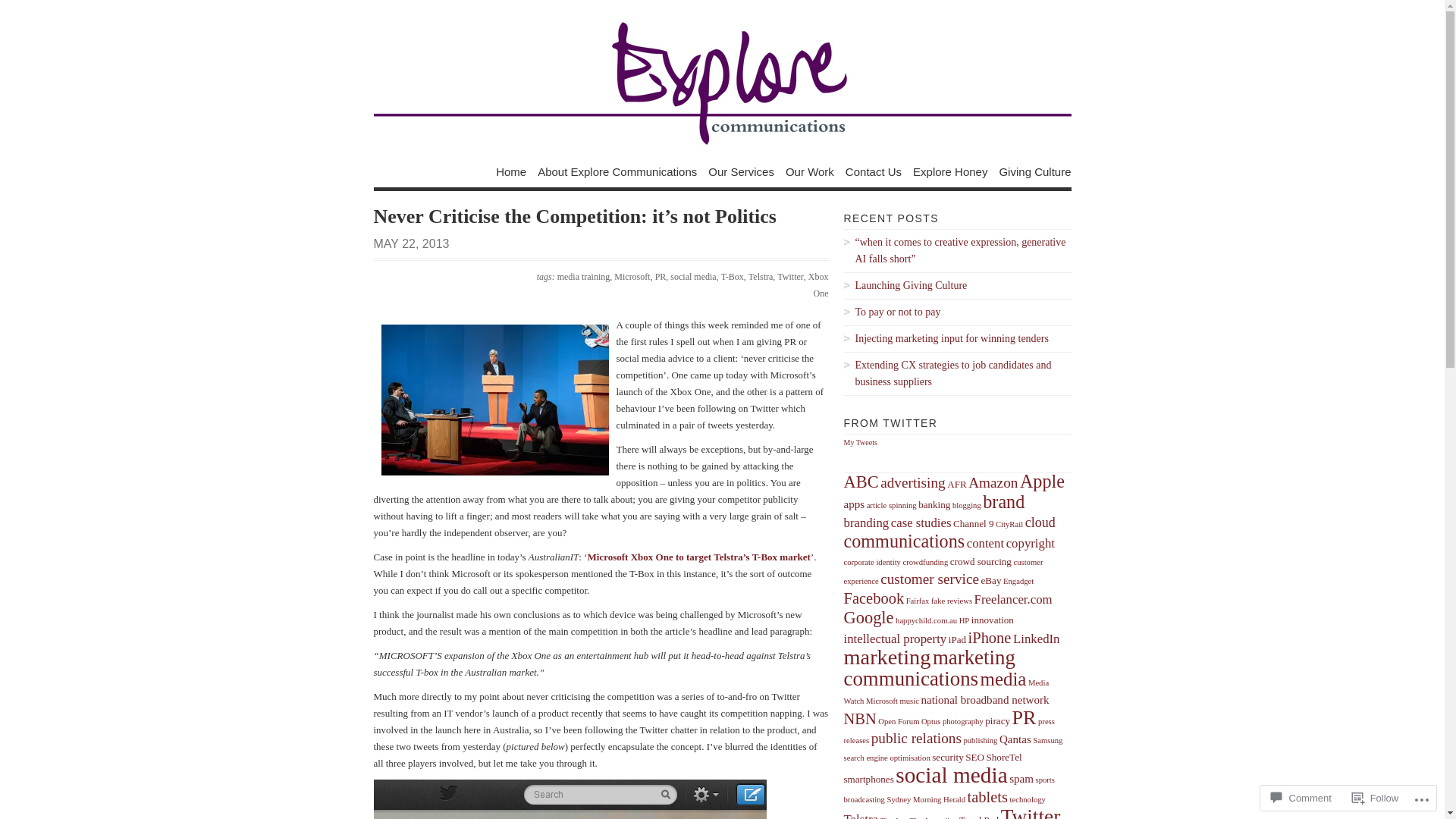  Describe the element at coordinates (1041, 481) in the screenshot. I see `'Apple'` at that location.